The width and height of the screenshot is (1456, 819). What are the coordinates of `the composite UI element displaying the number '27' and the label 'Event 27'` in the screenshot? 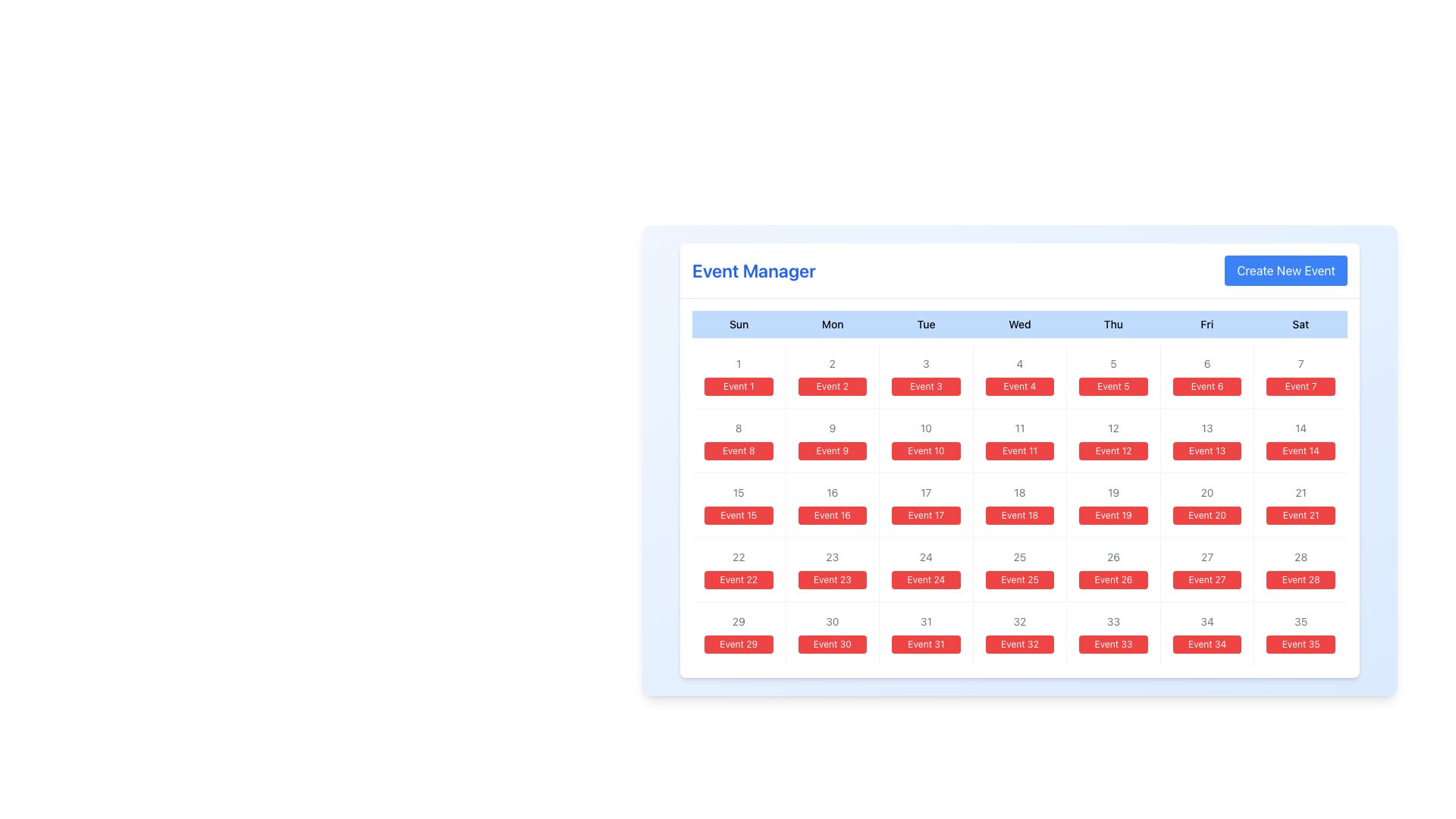 It's located at (1207, 570).